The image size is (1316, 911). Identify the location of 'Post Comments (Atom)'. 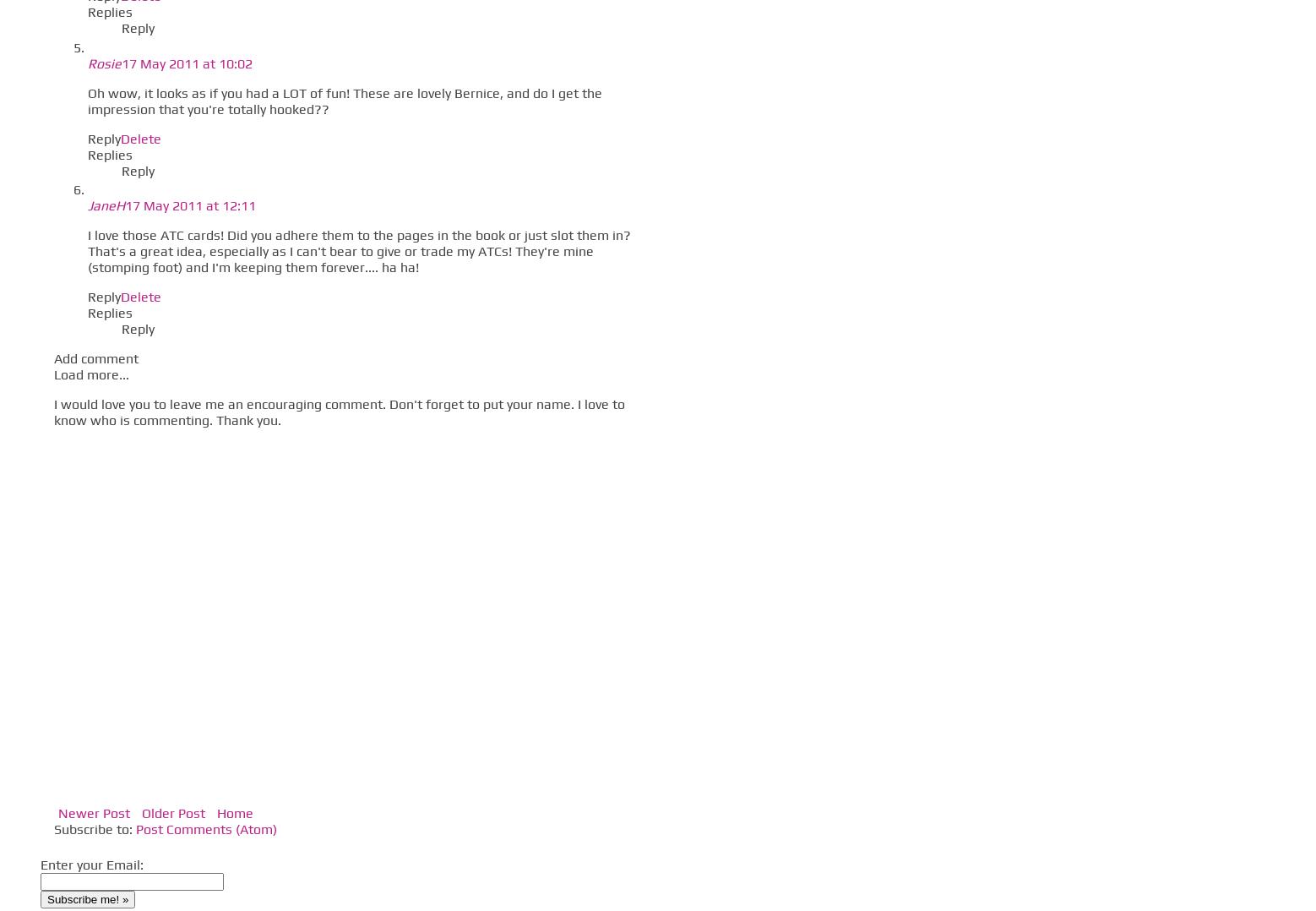
(205, 828).